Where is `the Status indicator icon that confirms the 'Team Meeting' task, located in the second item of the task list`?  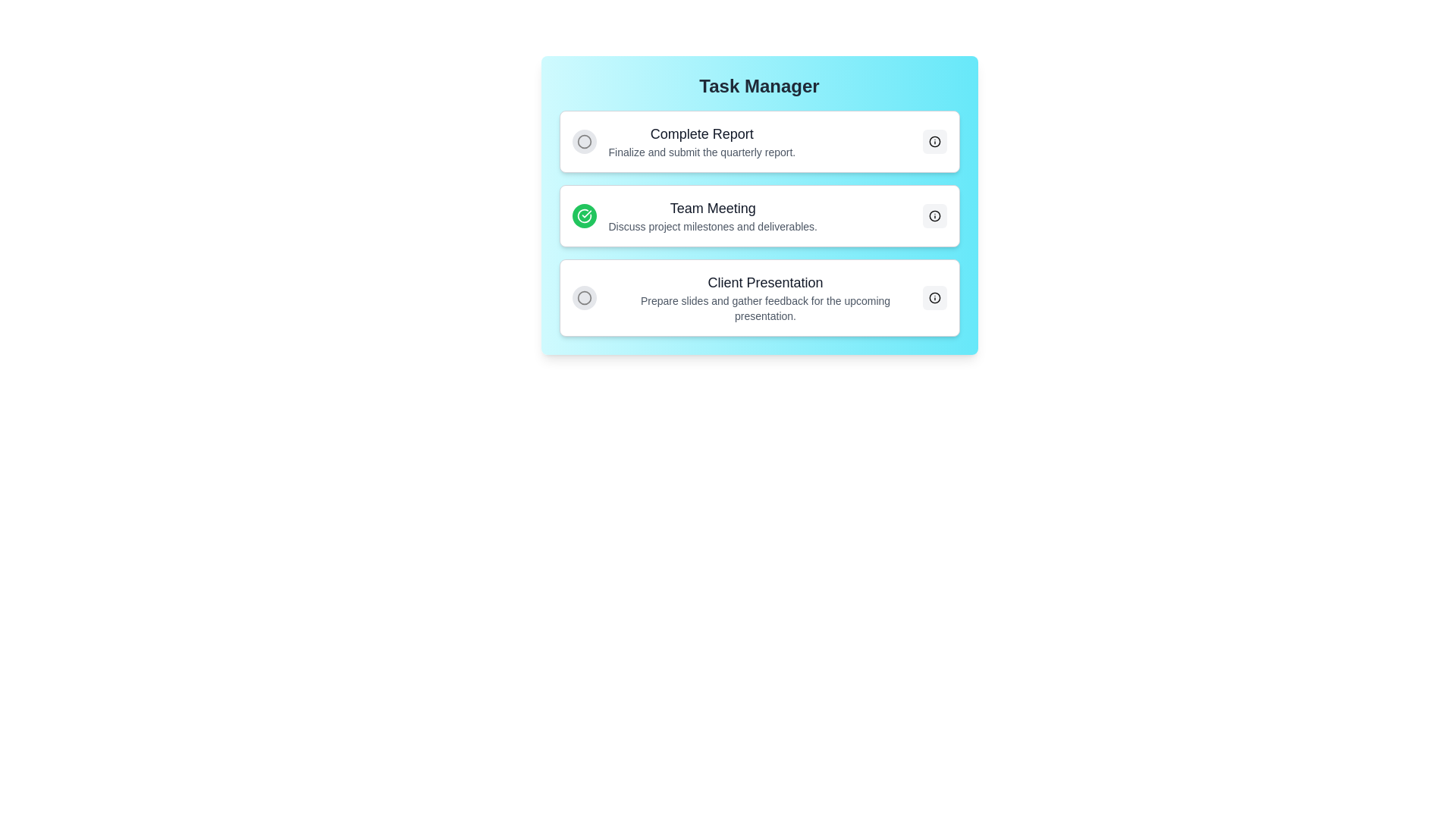
the Status indicator icon that confirms the 'Team Meeting' task, located in the second item of the task list is located at coordinates (583, 216).